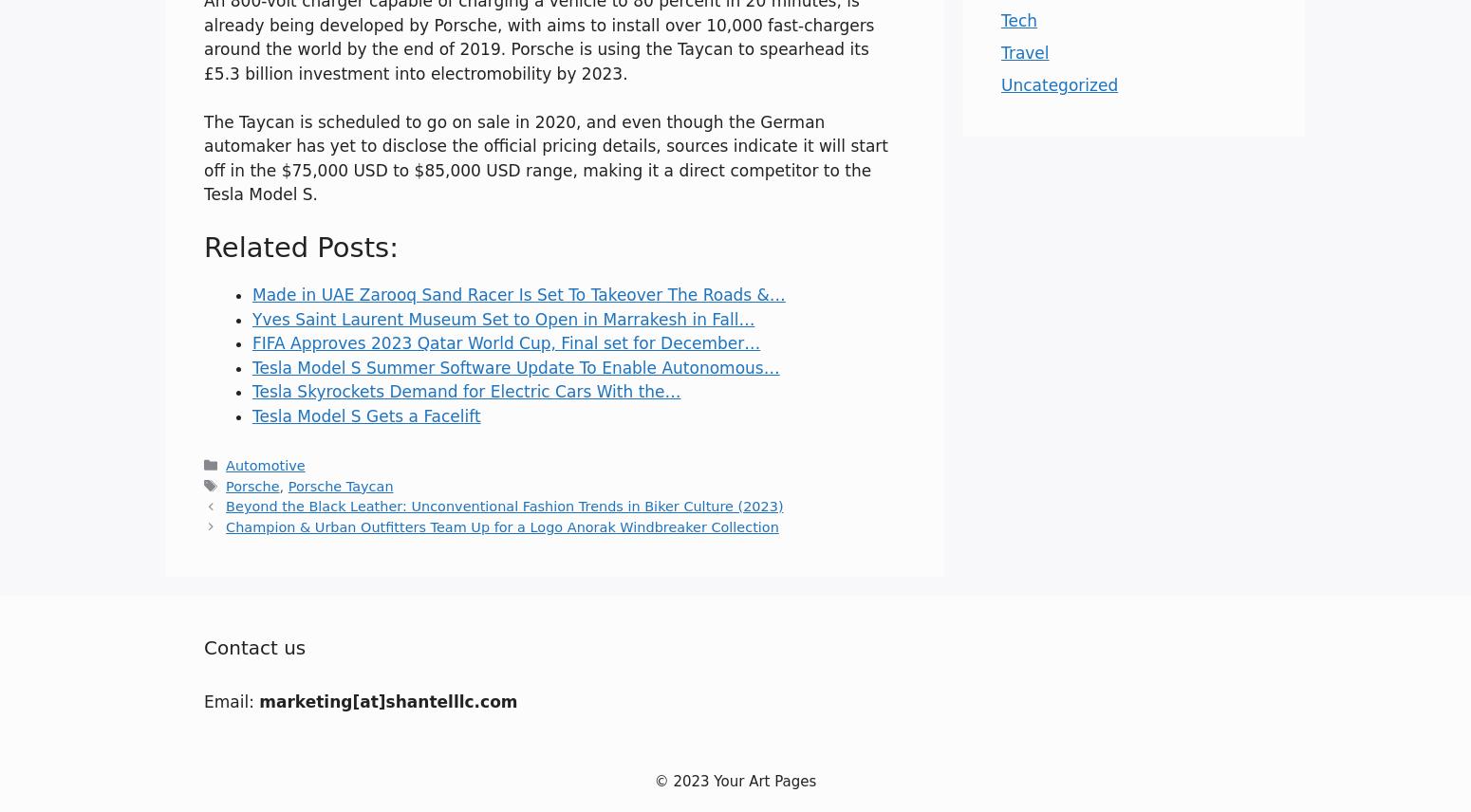 The width and height of the screenshot is (1471, 812). Describe the element at coordinates (265, 465) in the screenshot. I see `'Automotive'` at that location.